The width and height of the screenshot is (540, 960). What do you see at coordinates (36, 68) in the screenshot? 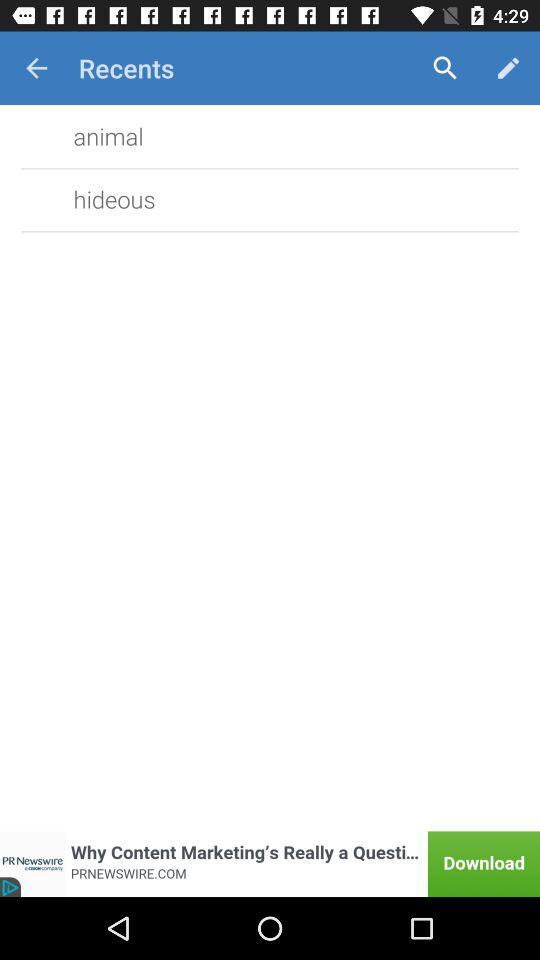
I see `the app next to the recents item` at bounding box center [36, 68].